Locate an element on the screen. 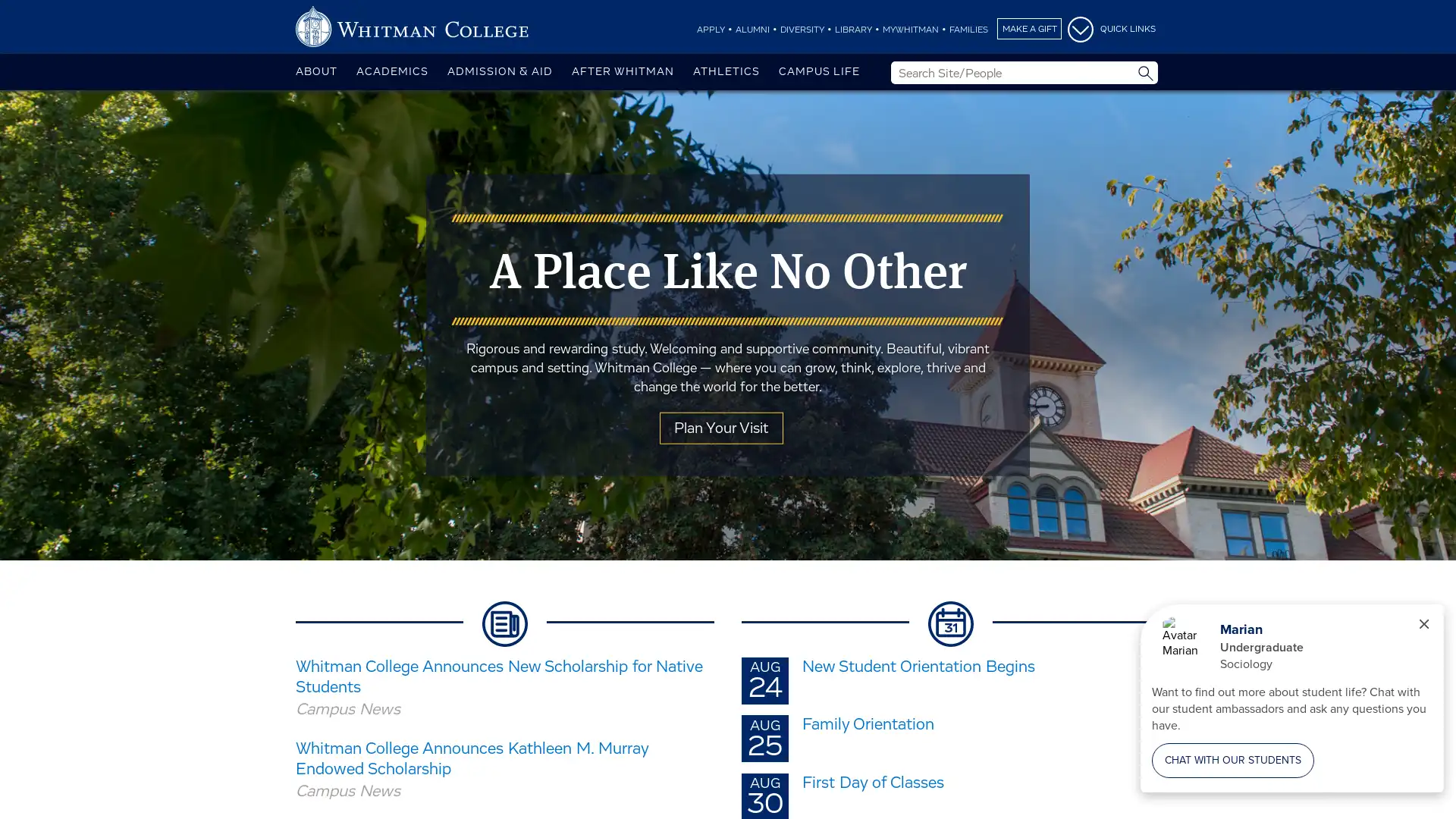  People is located at coordinates (1195, 72).